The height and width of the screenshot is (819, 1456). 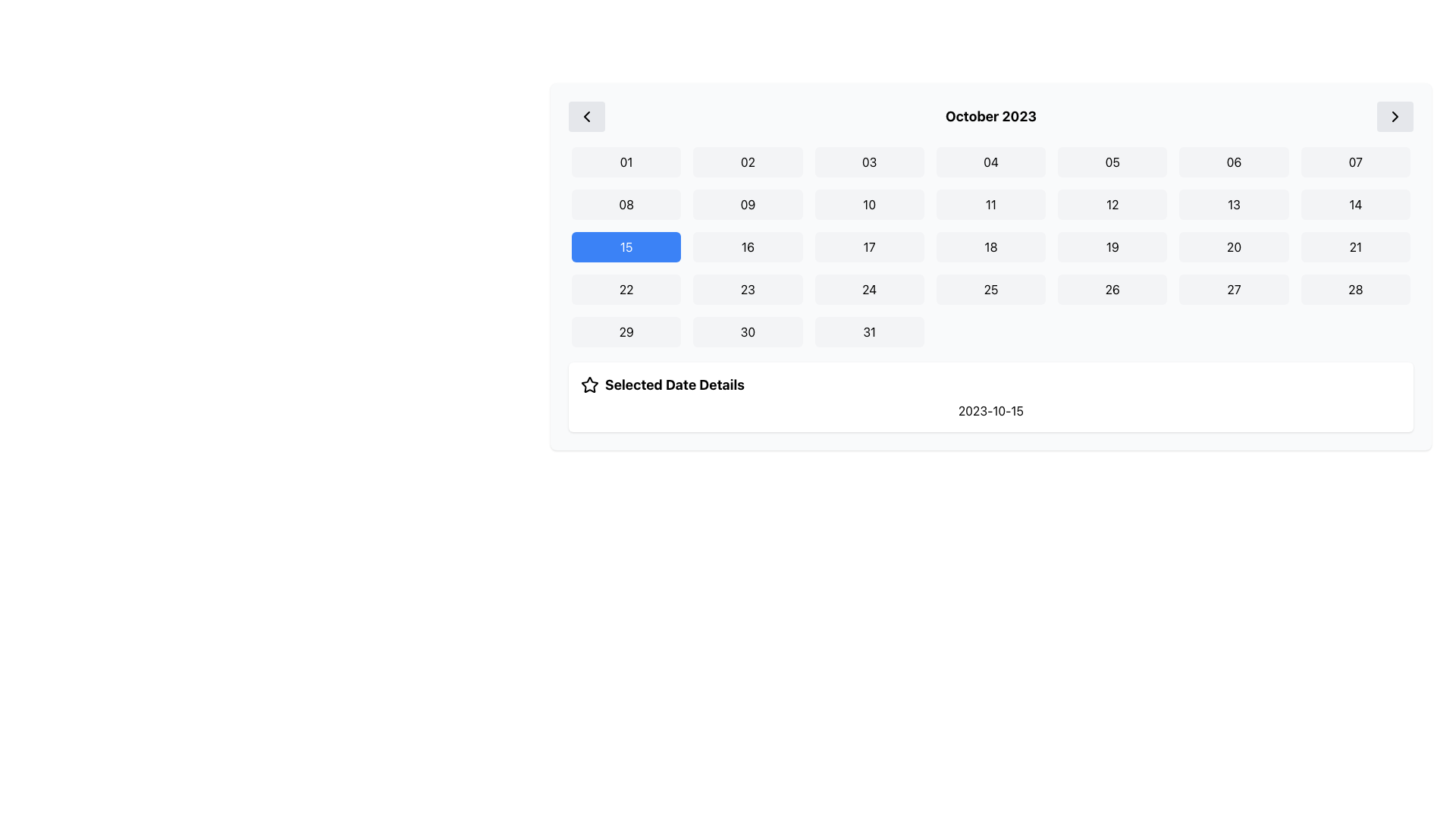 What do you see at coordinates (990, 246) in the screenshot?
I see `the rectangular button displaying the number '18' with a light gray background and rounded corners` at bounding box center [990, 246].